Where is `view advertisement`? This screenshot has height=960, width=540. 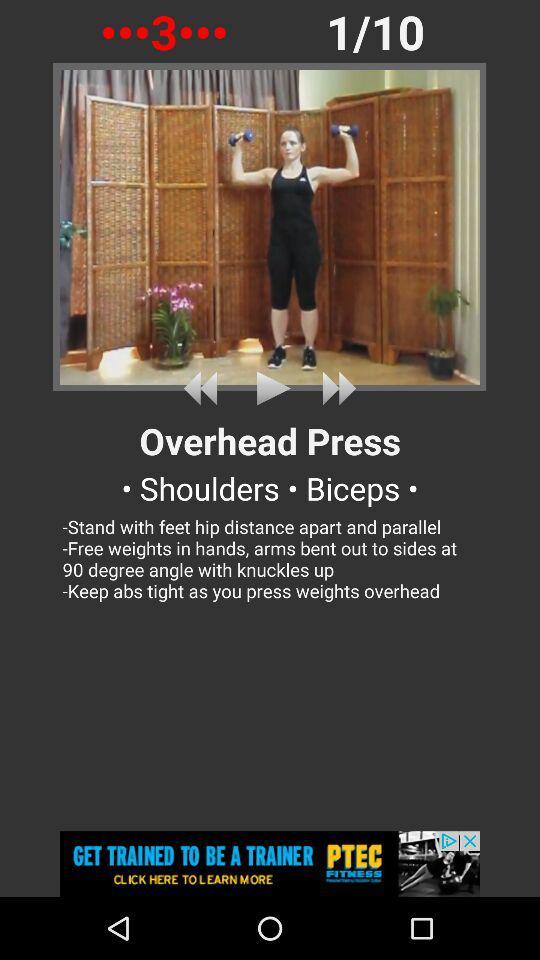 view advertisement is located at coordinates (270, 863).